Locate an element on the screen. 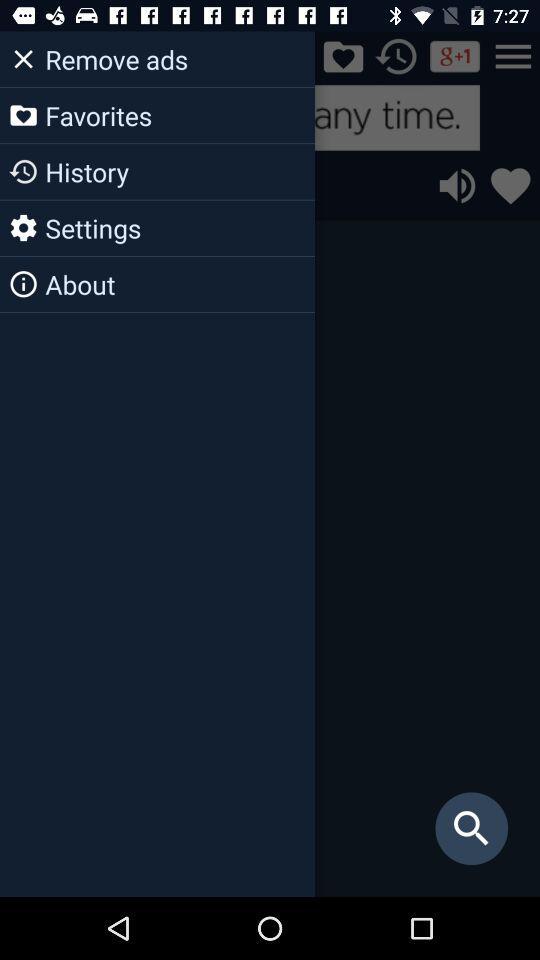  the volume icon is located at coordinates (457, 185).